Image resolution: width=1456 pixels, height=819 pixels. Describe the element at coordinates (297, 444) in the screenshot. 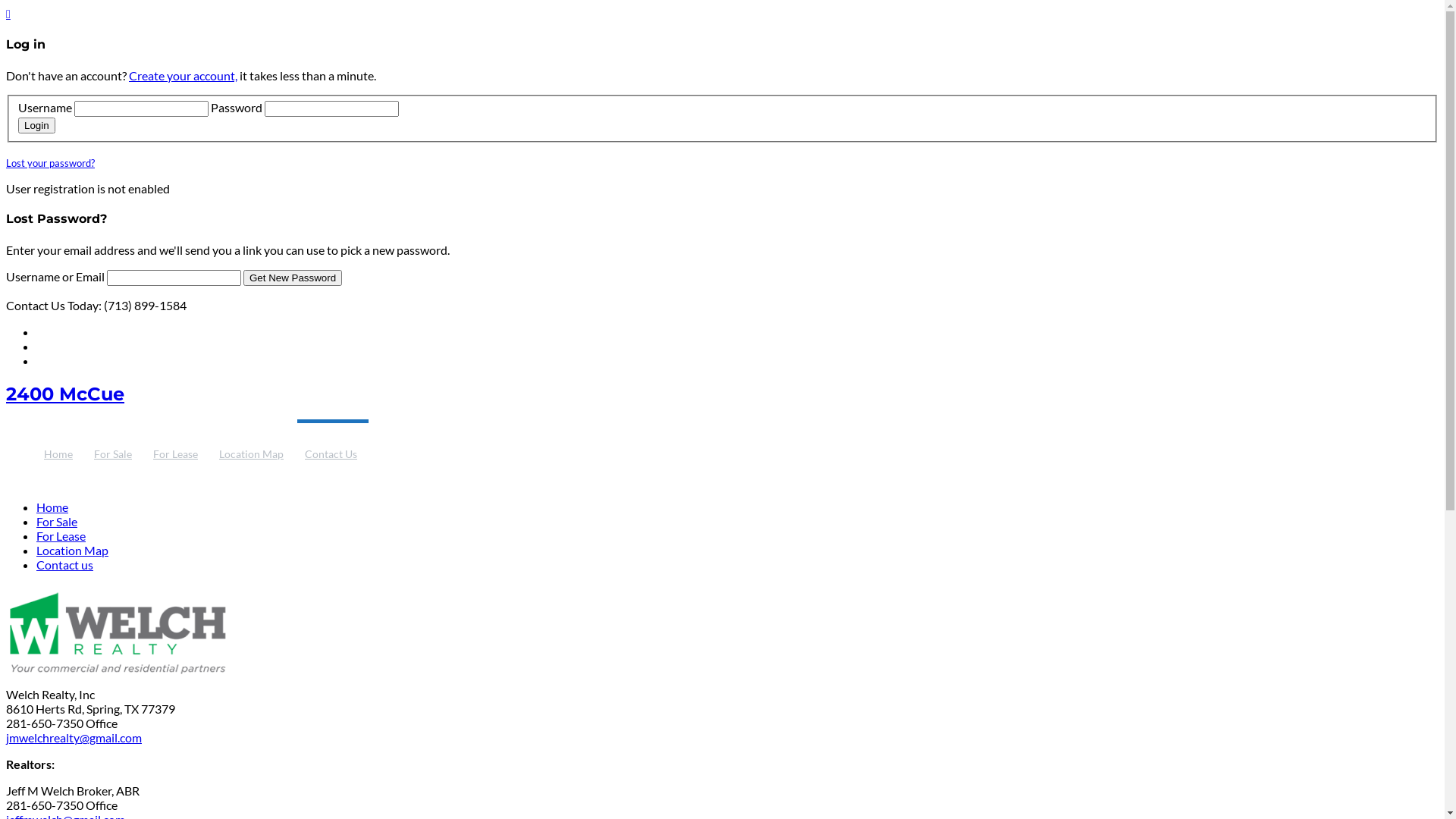

I see `'Contact Us'` at that location.